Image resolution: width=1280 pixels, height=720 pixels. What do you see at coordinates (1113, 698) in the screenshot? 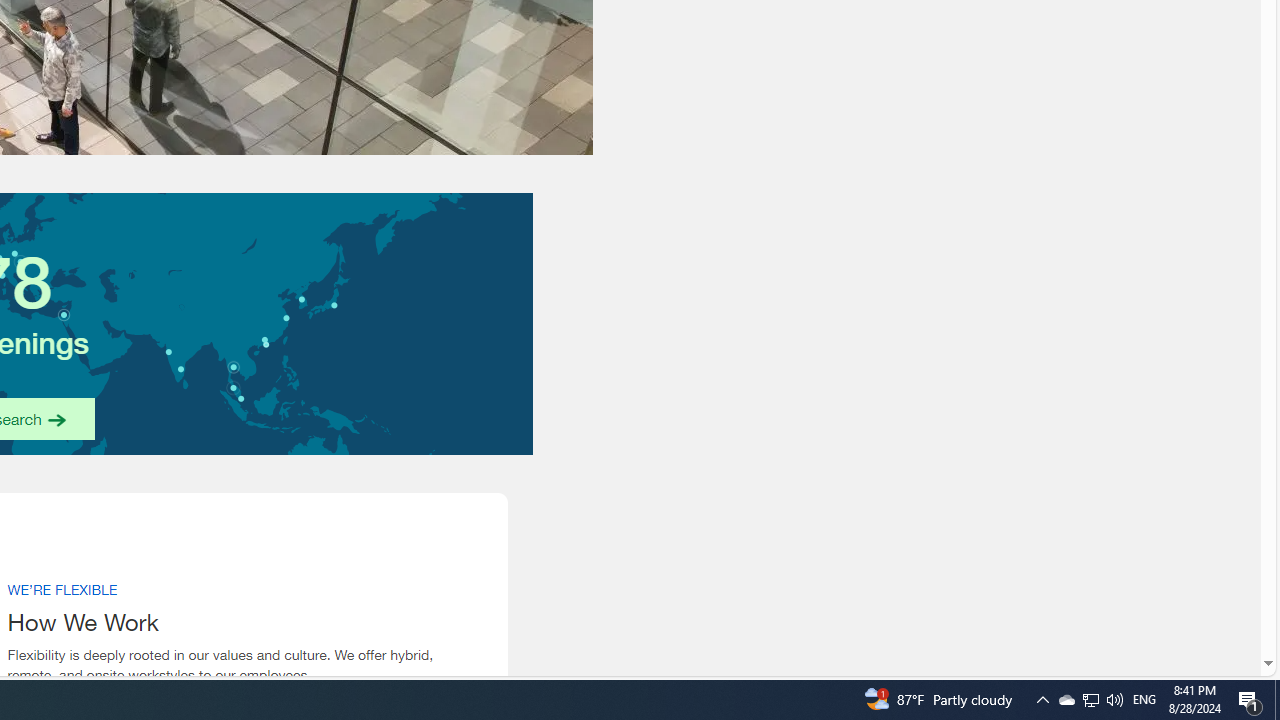
I see `'Q2790: 100%'` at bounding box center [1113, 698].